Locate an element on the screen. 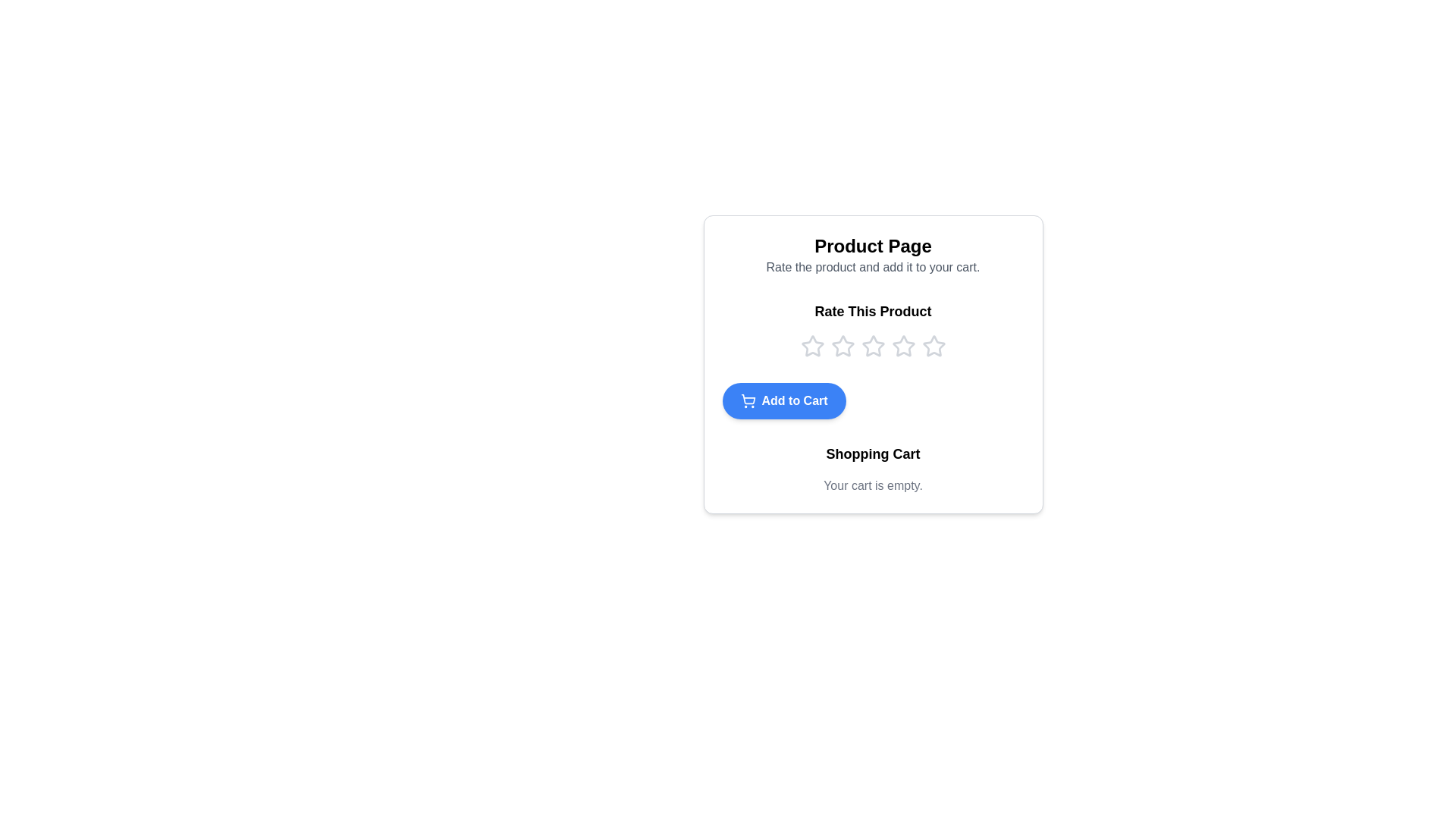 Image resolution: width=1456 pixels, height=819 pixels. the fourth star icon in the horizontal group of five stars is located at coordinates (903, 346).